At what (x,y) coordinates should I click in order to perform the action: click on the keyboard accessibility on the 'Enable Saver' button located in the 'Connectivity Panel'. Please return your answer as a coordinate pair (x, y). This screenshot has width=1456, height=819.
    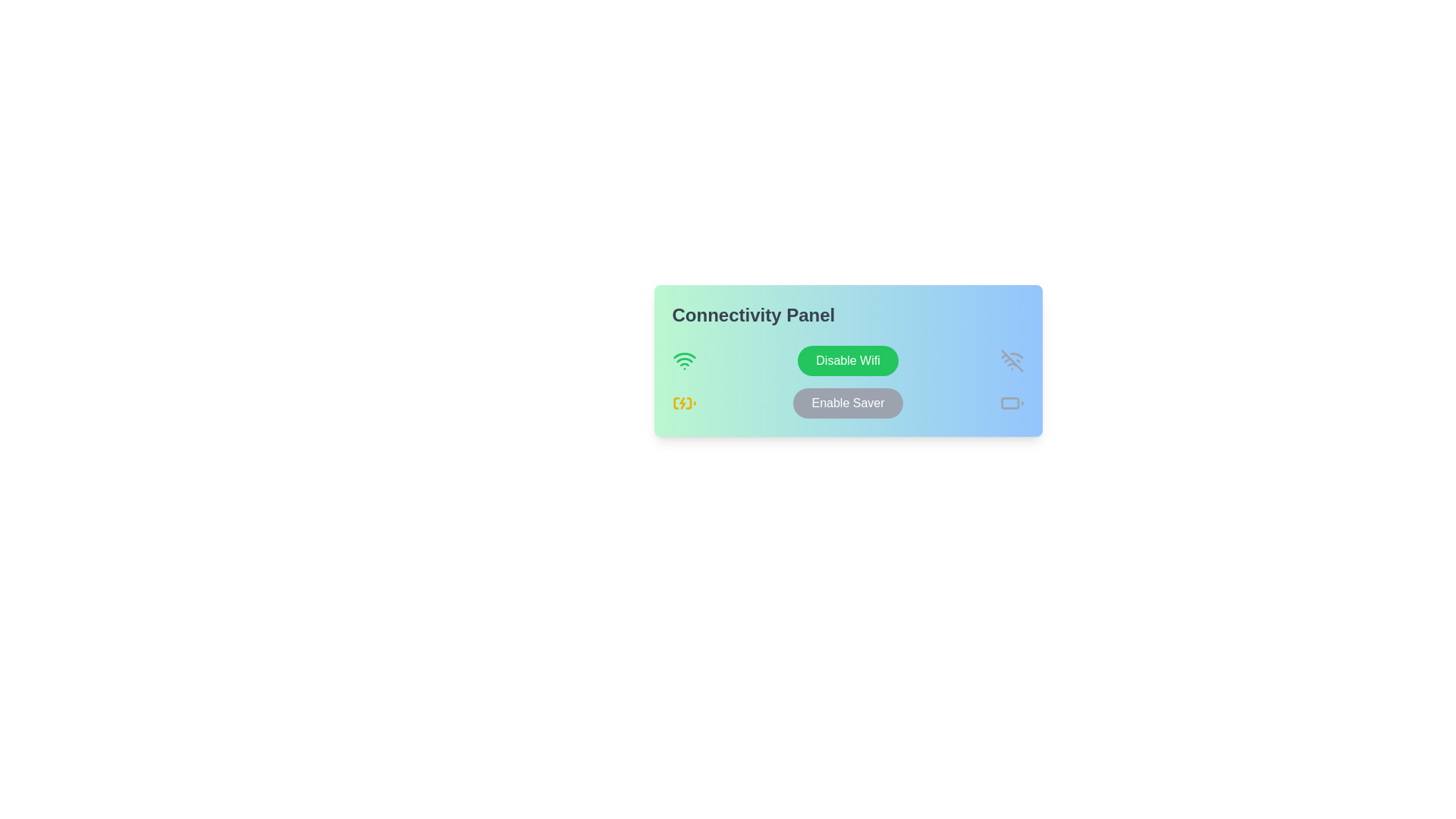
    Looking at the image, I should click on (847, 403).